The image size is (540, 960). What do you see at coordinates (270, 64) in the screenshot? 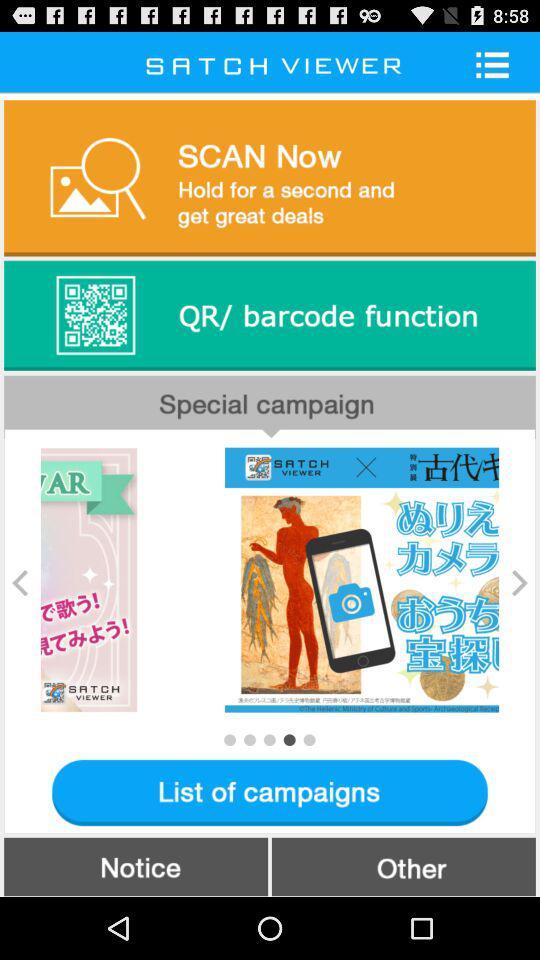
I see `the text on the top above the scan now` at bounding box center [270, 64].